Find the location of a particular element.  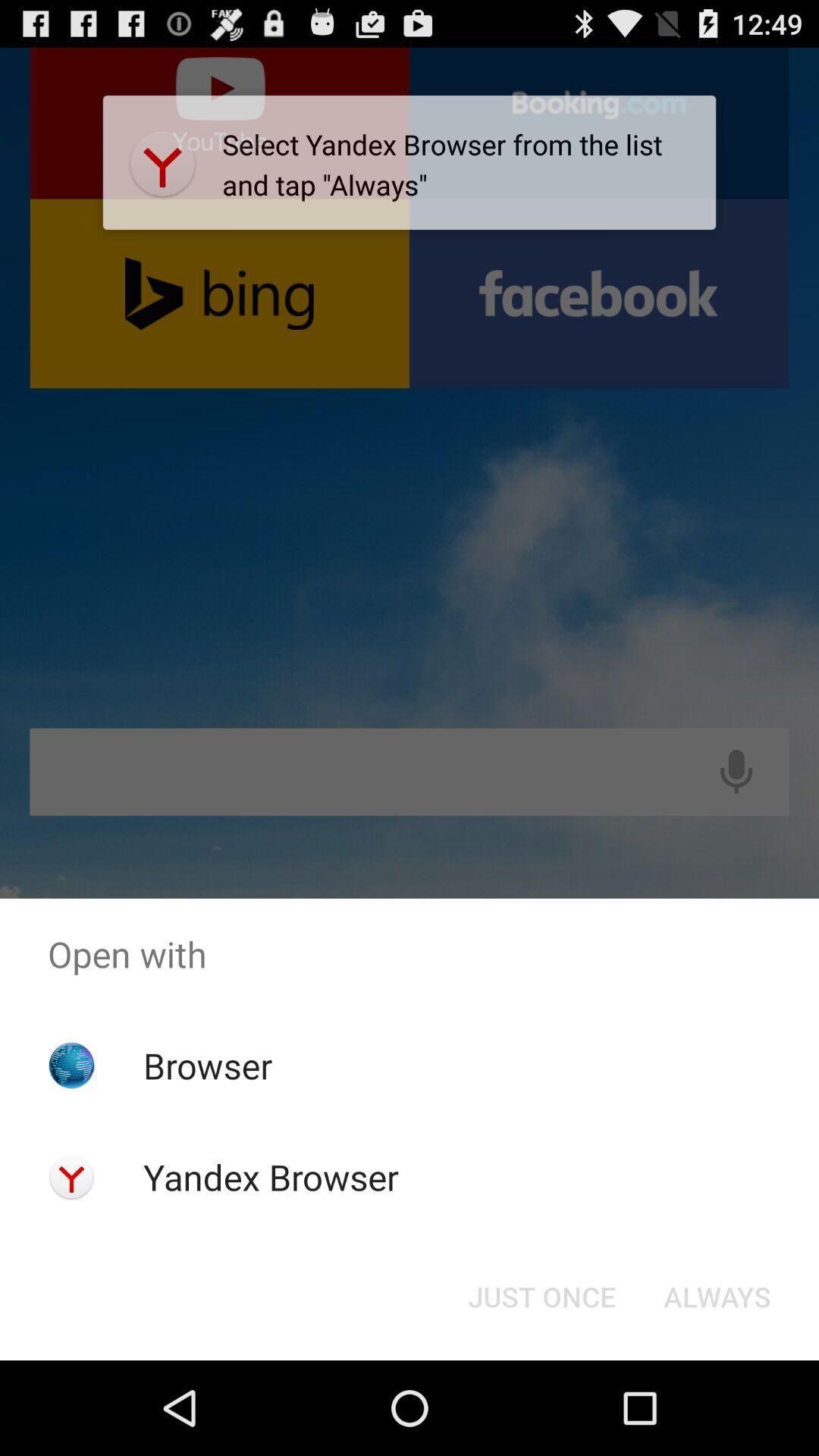

item below the open with icon is located at coordinates (717, 1295).